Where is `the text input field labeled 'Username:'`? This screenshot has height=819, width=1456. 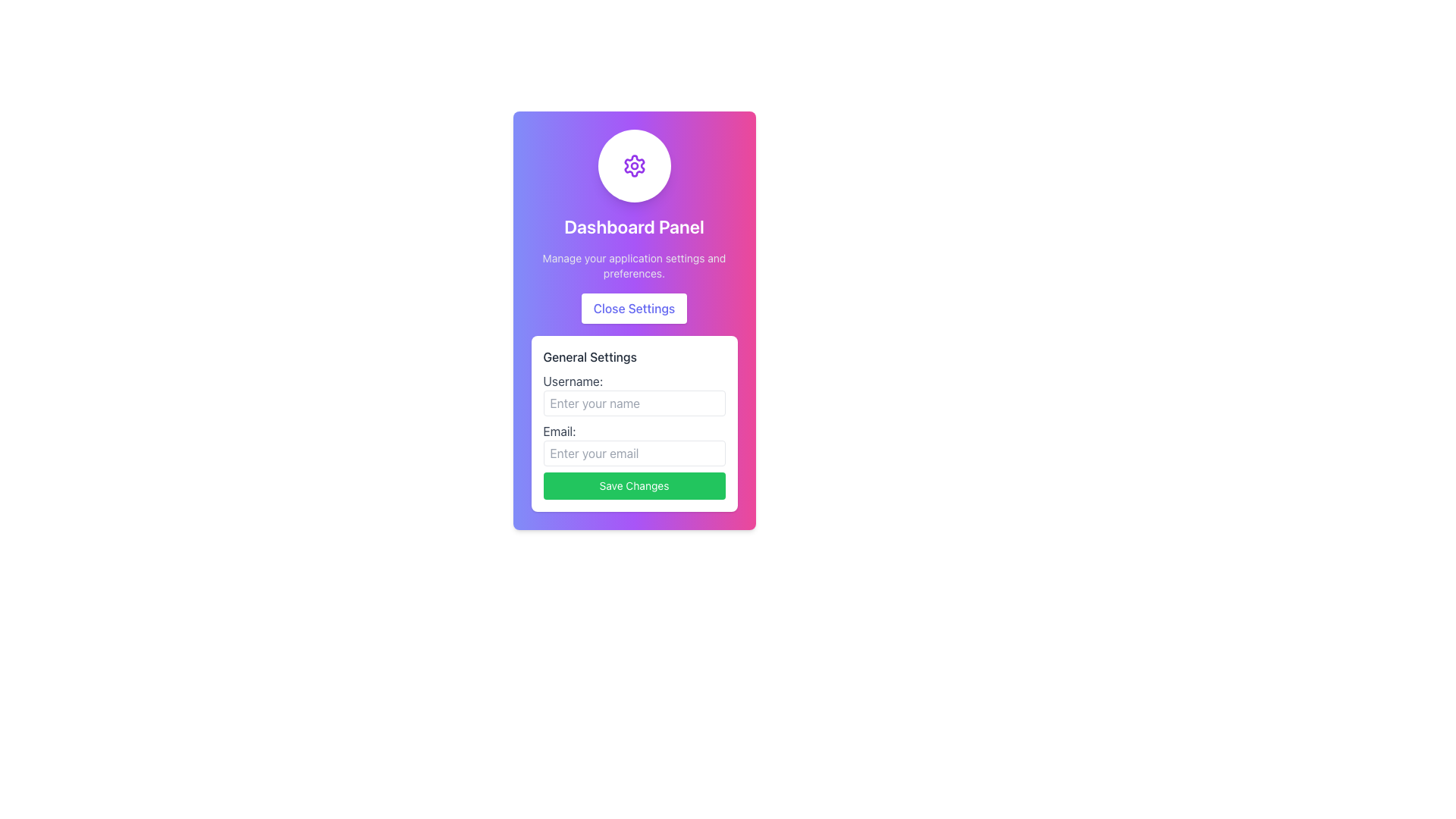 the text input field labeled 'Username:' is located at coordinates (634, 403).